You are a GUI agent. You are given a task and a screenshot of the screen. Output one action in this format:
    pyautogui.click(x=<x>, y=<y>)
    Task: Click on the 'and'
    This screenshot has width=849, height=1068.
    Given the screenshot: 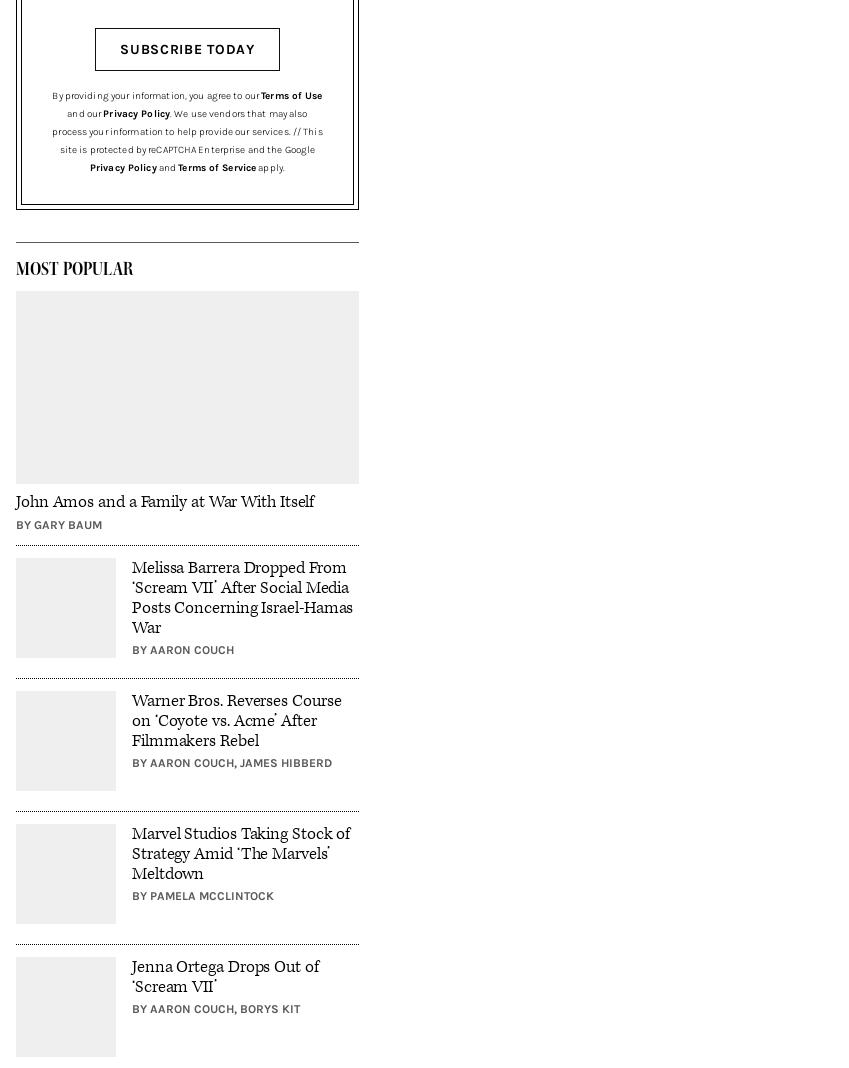 What is the action you would take?
    pyautogui.click(x=166, y=167)
    